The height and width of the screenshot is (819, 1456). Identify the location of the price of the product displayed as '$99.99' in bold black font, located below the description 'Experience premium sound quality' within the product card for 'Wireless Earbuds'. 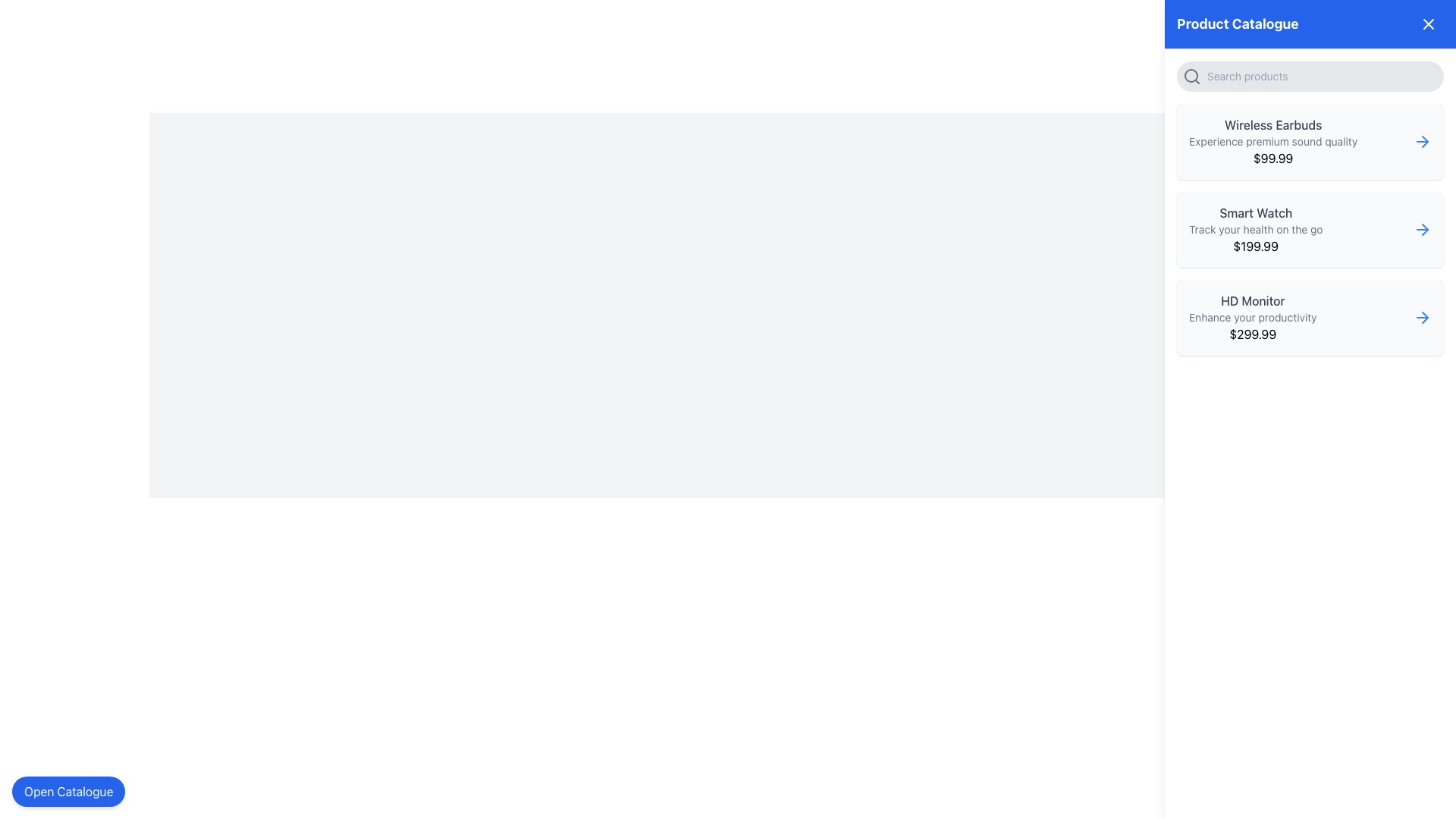
(1273, 158).